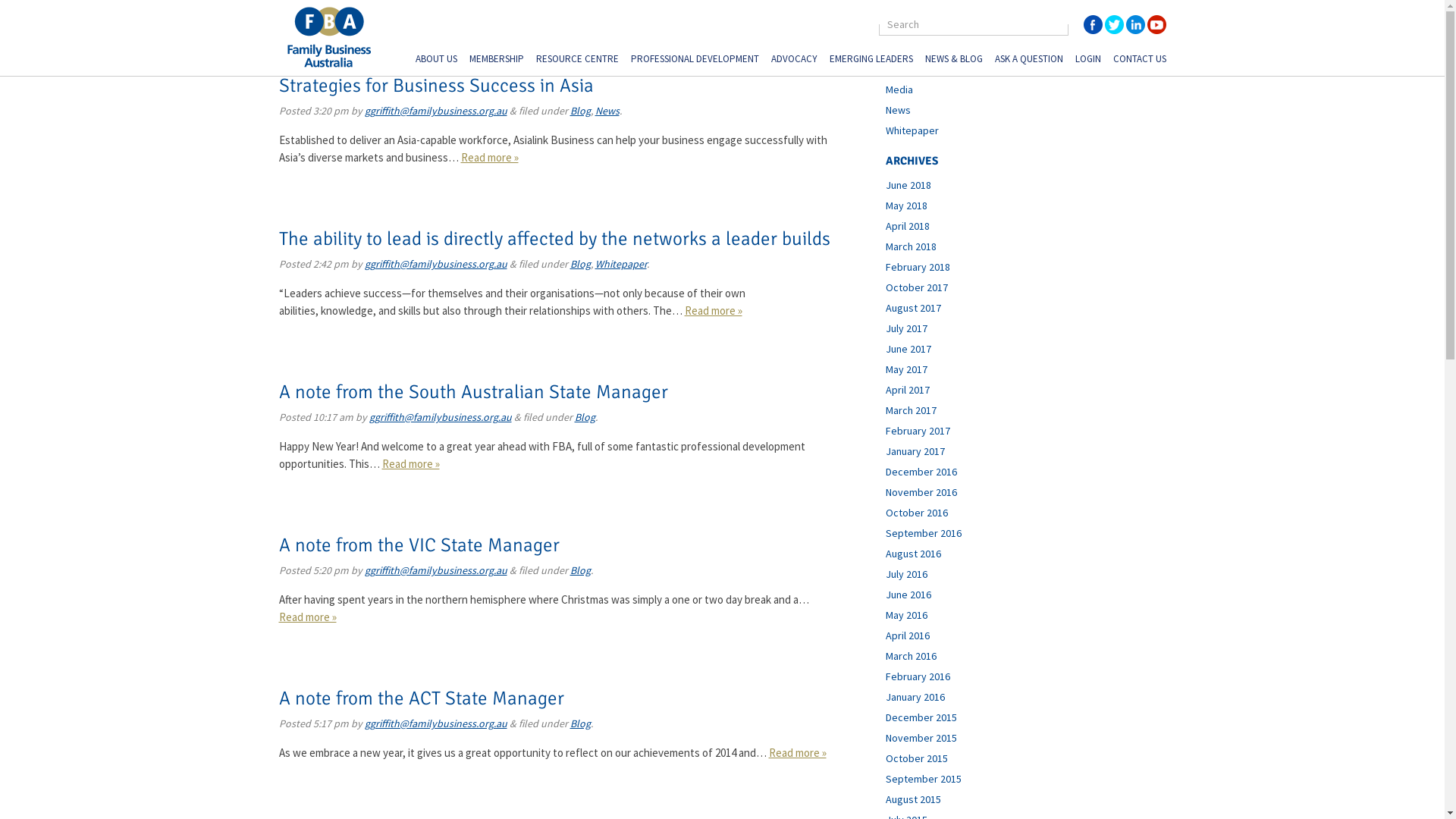  Describe the element at coordinates (912, 553) in the screenshot. I see `'August 2016'` at that location.